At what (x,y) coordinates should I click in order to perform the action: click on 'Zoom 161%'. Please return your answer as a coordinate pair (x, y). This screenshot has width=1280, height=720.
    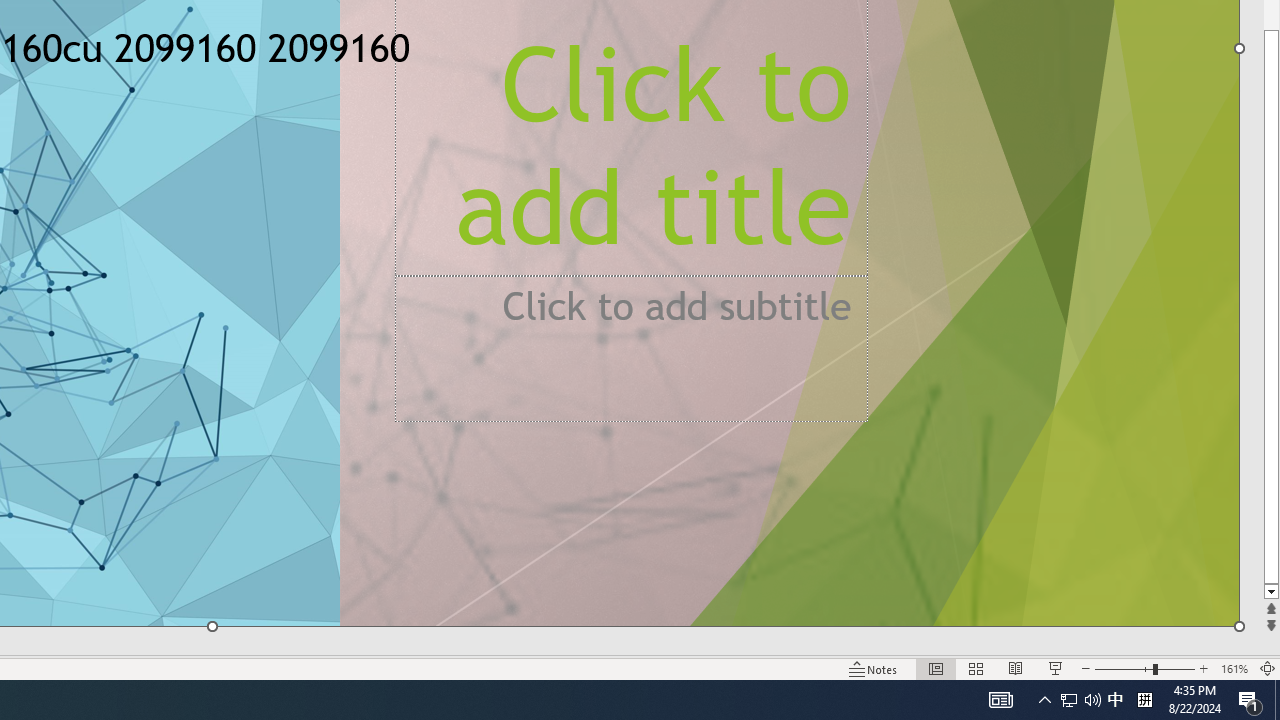
    Looking at the image, I should click on (1233, 669).